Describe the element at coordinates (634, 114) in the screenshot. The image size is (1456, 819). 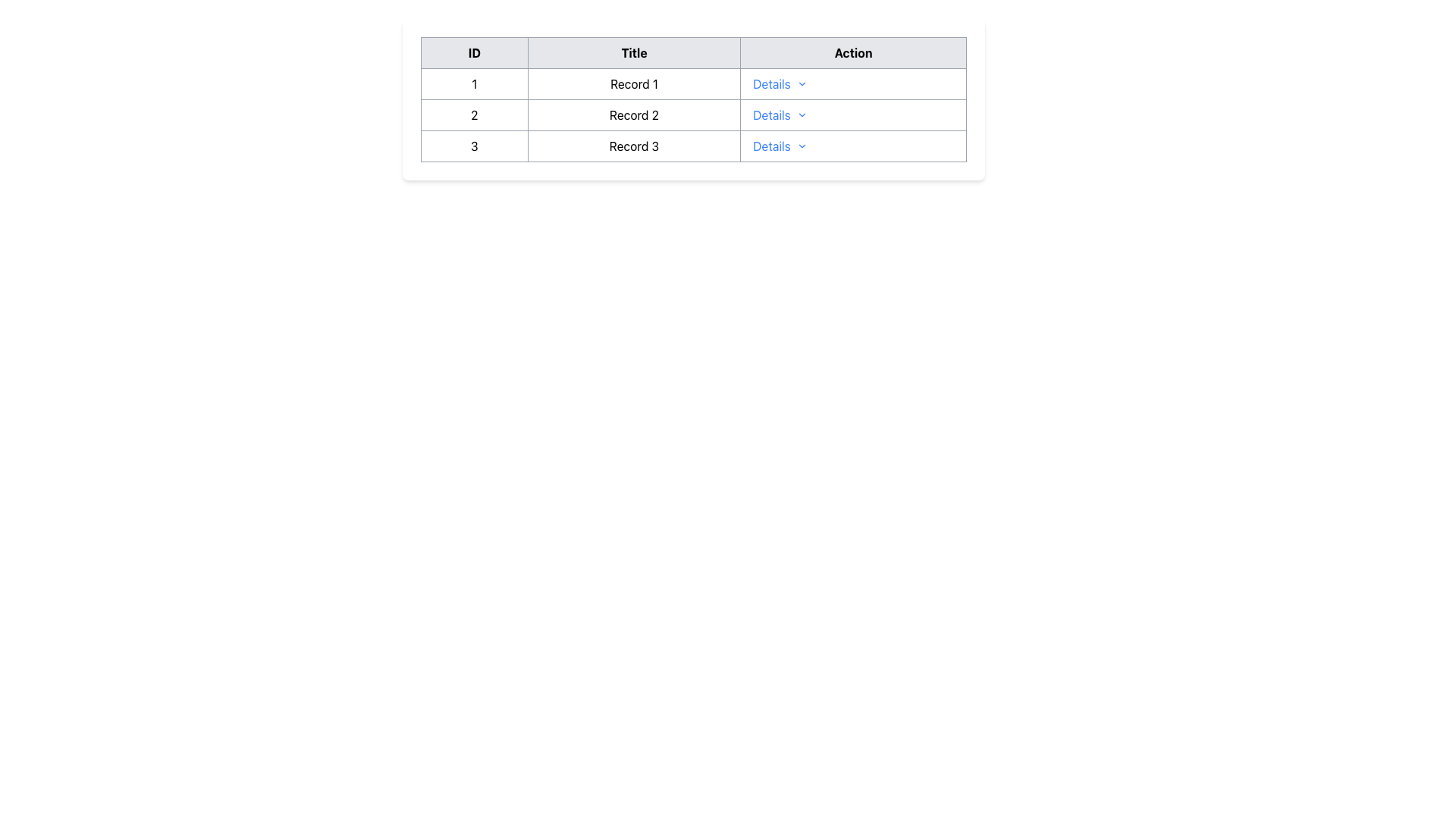
I see `the text label representing the title or name of the record in the second column of the second row in the table layout` at that location.